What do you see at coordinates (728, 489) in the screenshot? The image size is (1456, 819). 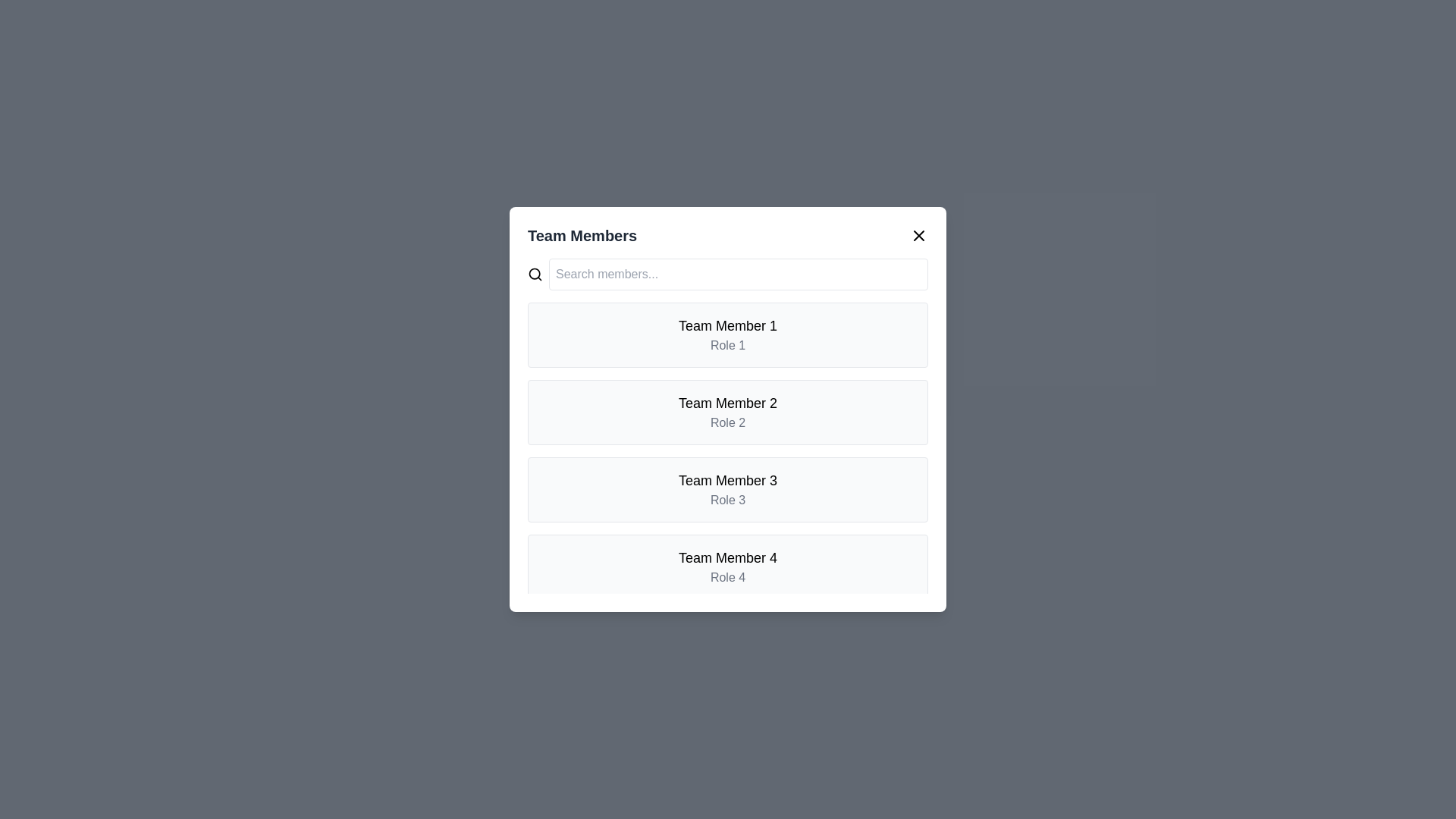 I see `the card of team member Team Member 3` at bounding box center [728, 489].